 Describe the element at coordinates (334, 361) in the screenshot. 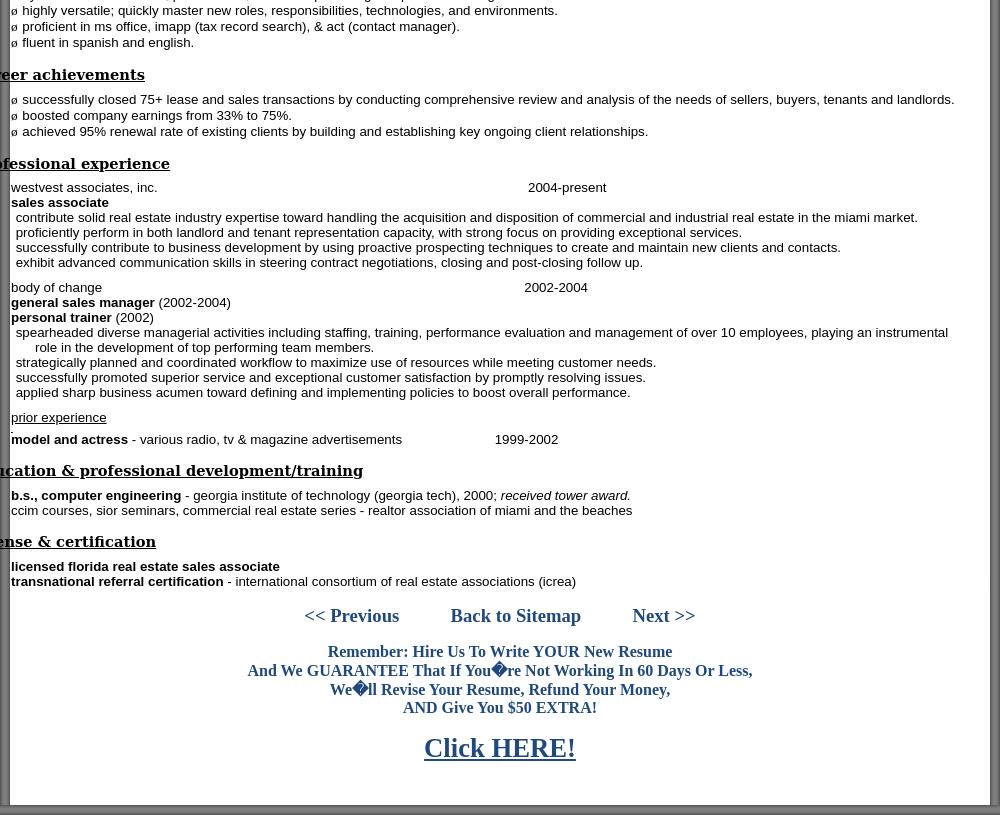

I see `'strategically planned
and coordinated workflow to maximize use of resources while meeting customer
needs.'` at that location.